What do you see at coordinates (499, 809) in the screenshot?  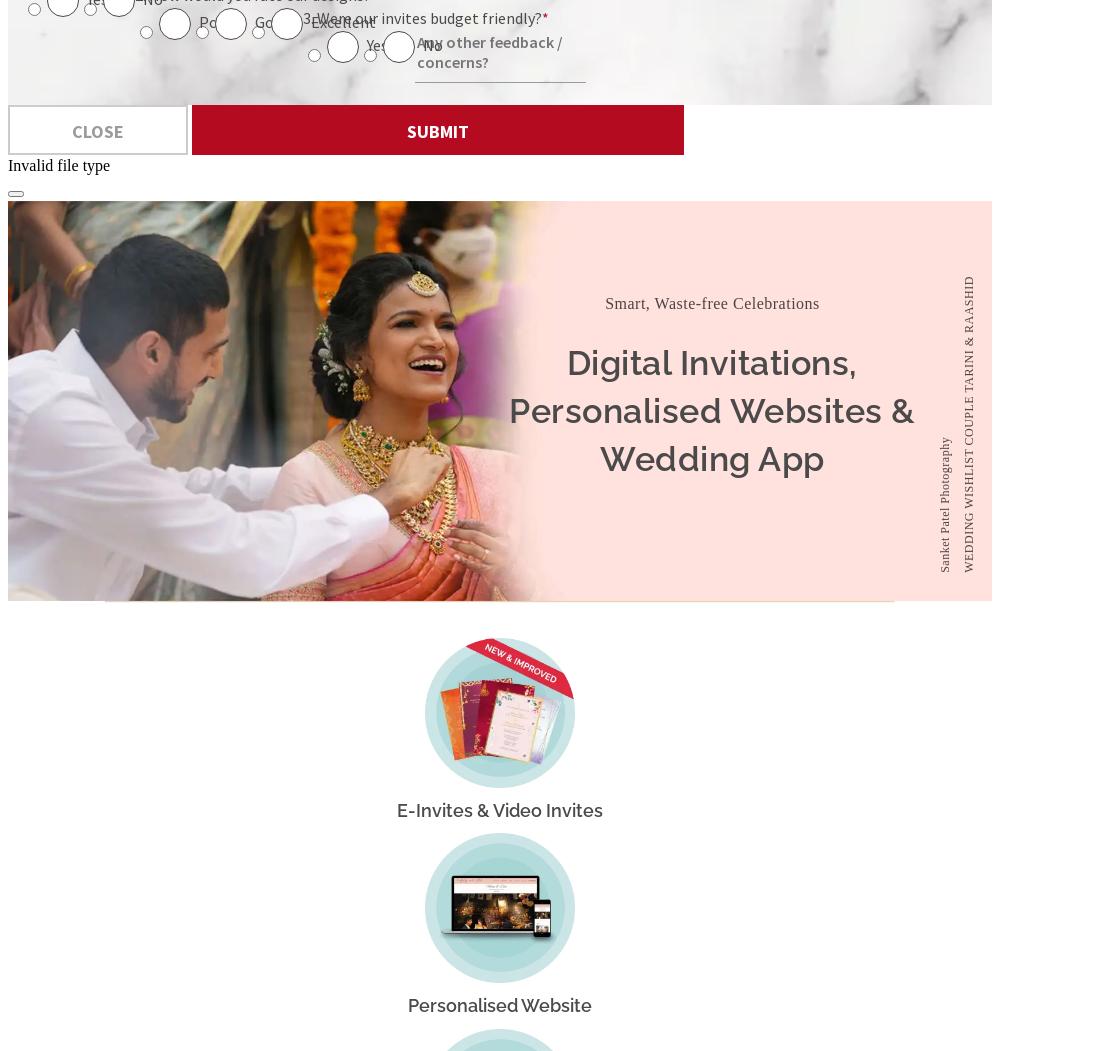 I see `'E-Invites & Video Invites'` at bounding box center [499, 809].